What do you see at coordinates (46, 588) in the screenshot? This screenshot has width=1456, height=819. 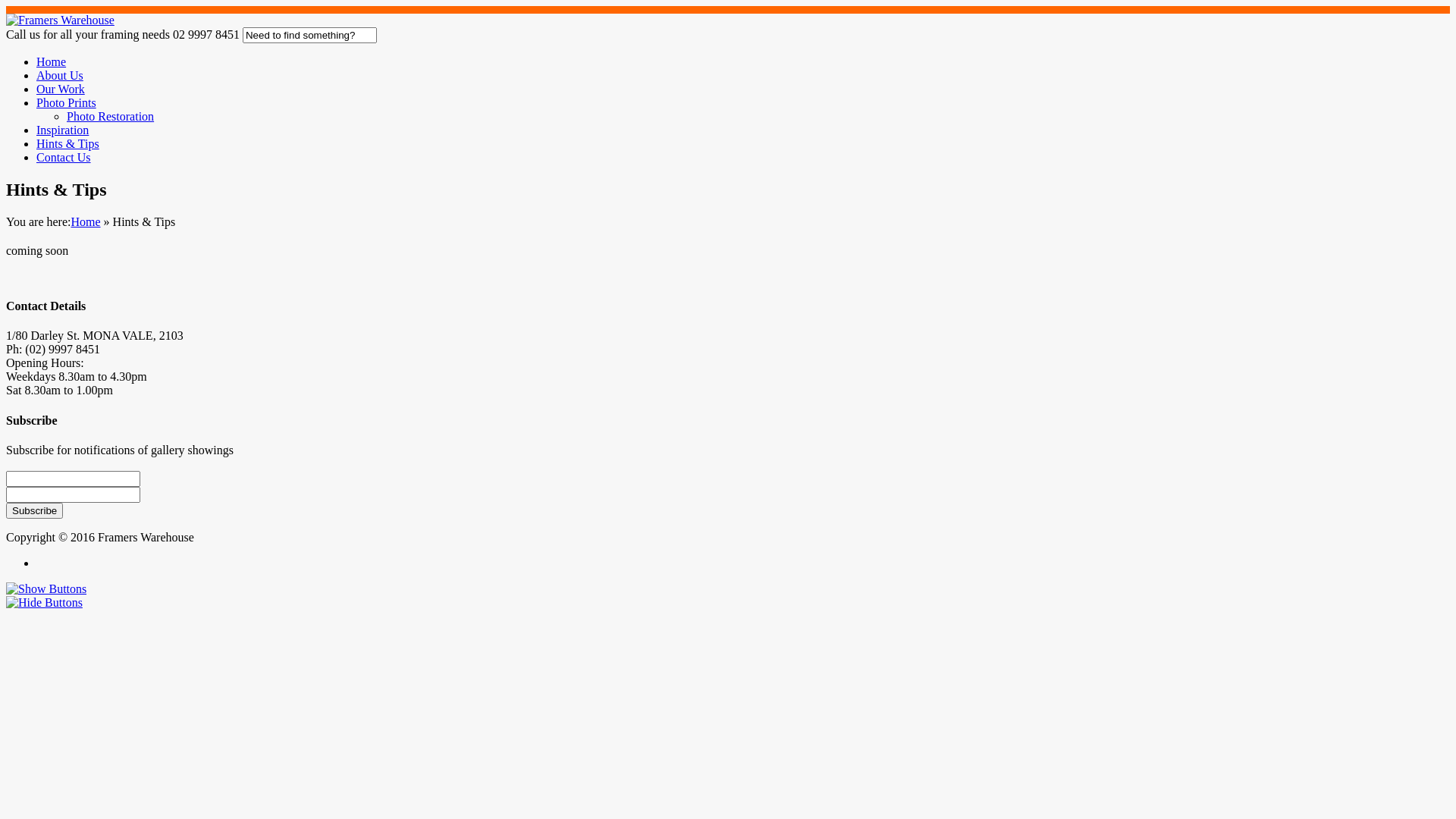 I see `'Show Buttons'` at bounding box center [46, 588].